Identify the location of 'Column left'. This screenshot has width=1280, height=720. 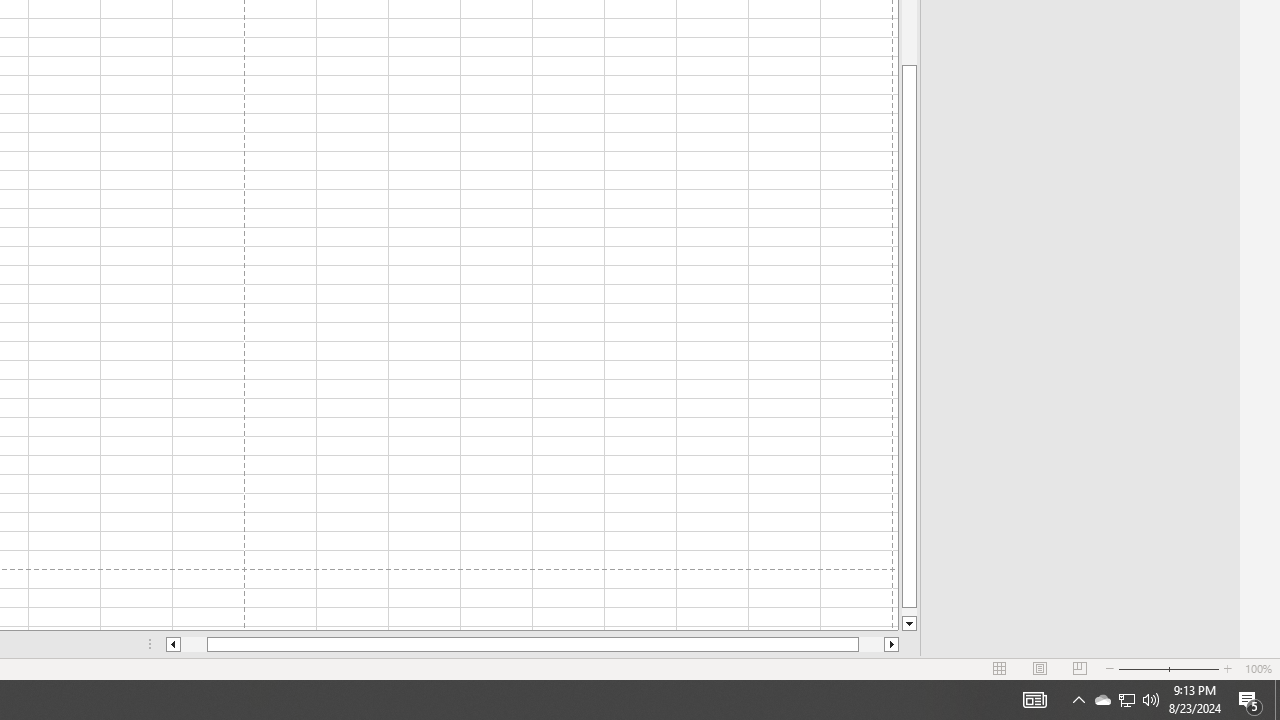
(172, 644).